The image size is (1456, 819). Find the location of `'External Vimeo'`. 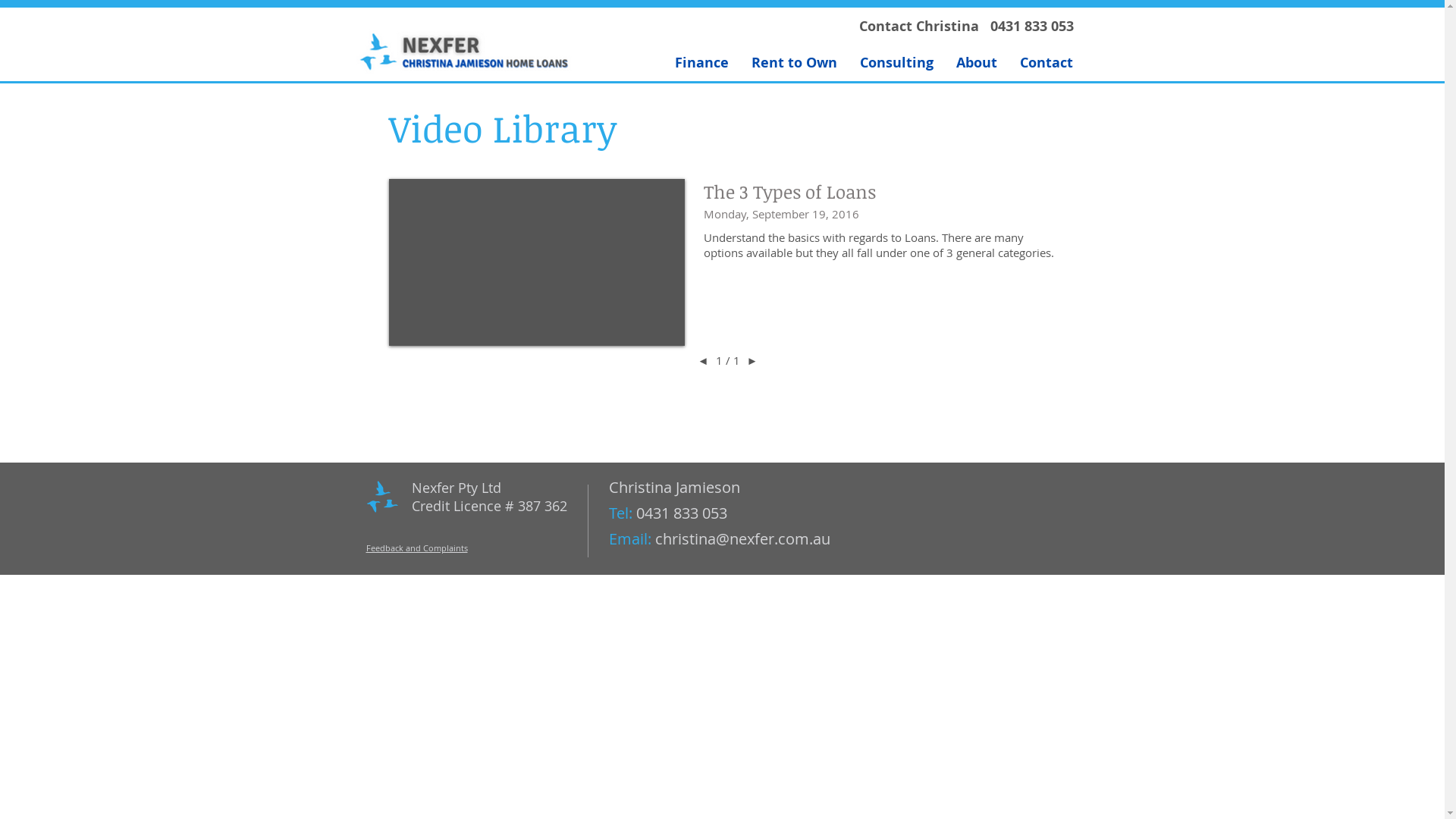

'External Vimeo' is located at coordinates (535, 262).